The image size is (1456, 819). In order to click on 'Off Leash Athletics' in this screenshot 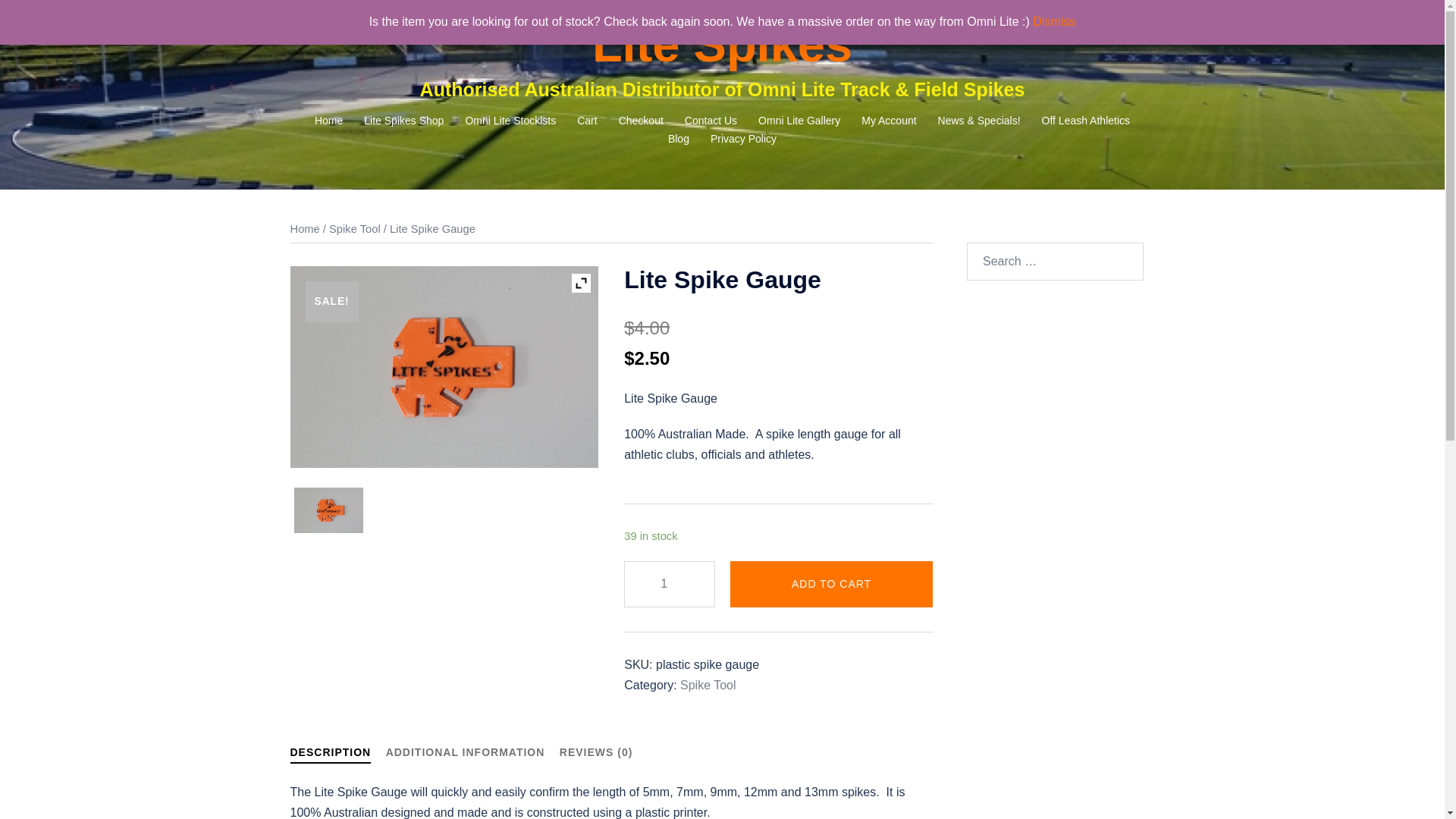, I will do `click(1040, 120)`.